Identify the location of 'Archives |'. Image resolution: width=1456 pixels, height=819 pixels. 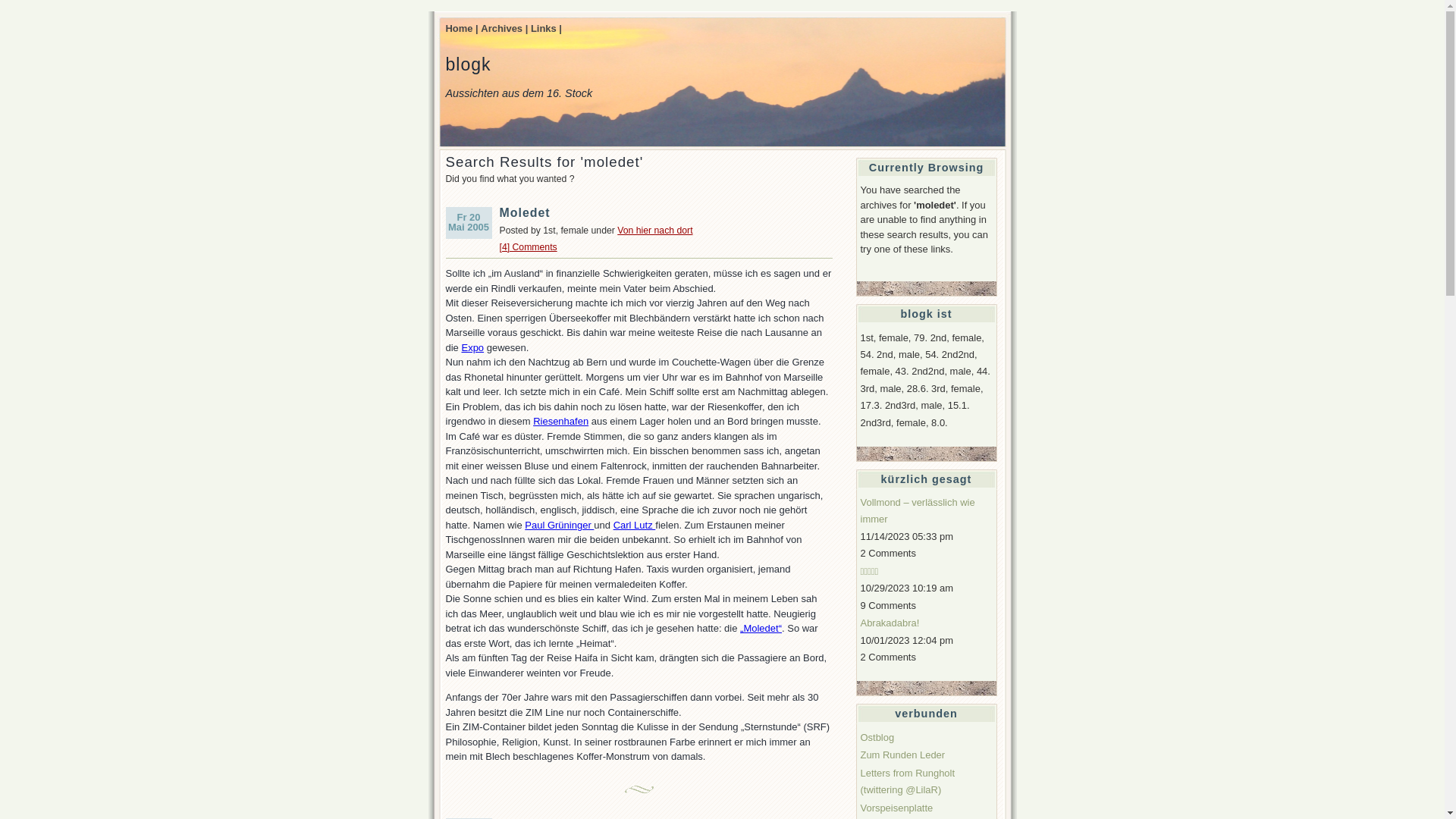
(504, 28).